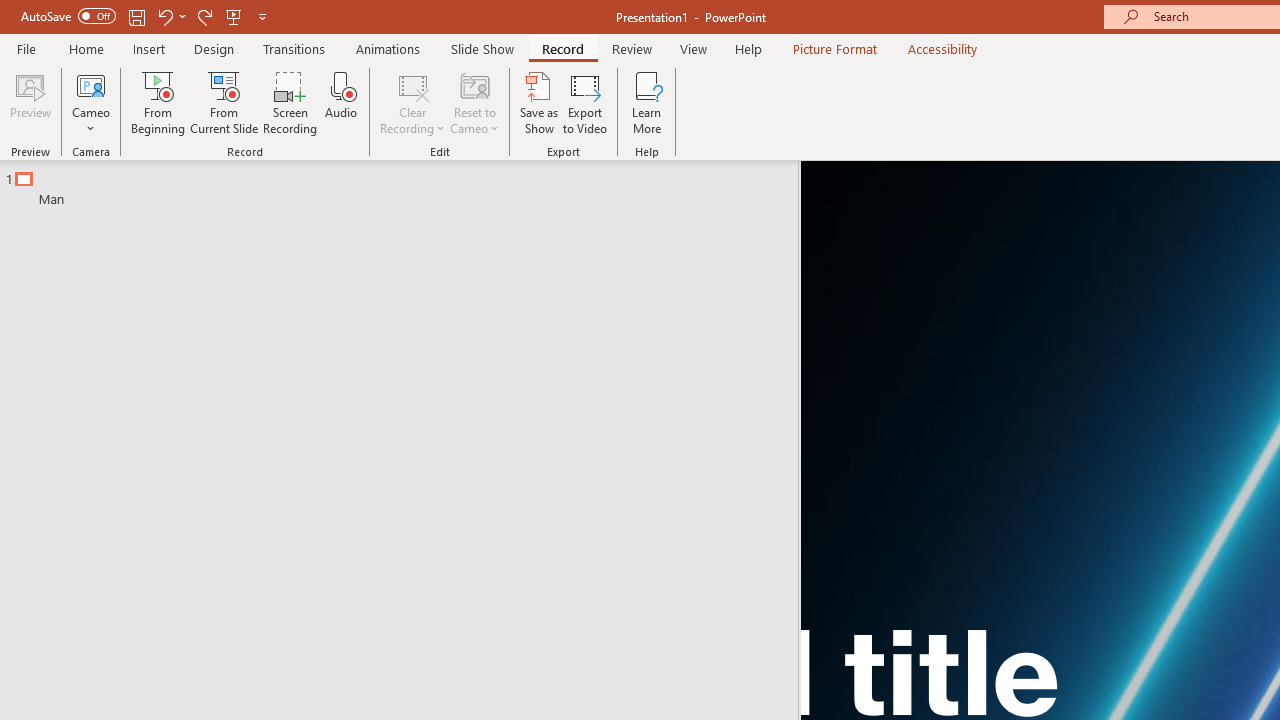  I want to click on 'Picture Format', so click(835, 48).